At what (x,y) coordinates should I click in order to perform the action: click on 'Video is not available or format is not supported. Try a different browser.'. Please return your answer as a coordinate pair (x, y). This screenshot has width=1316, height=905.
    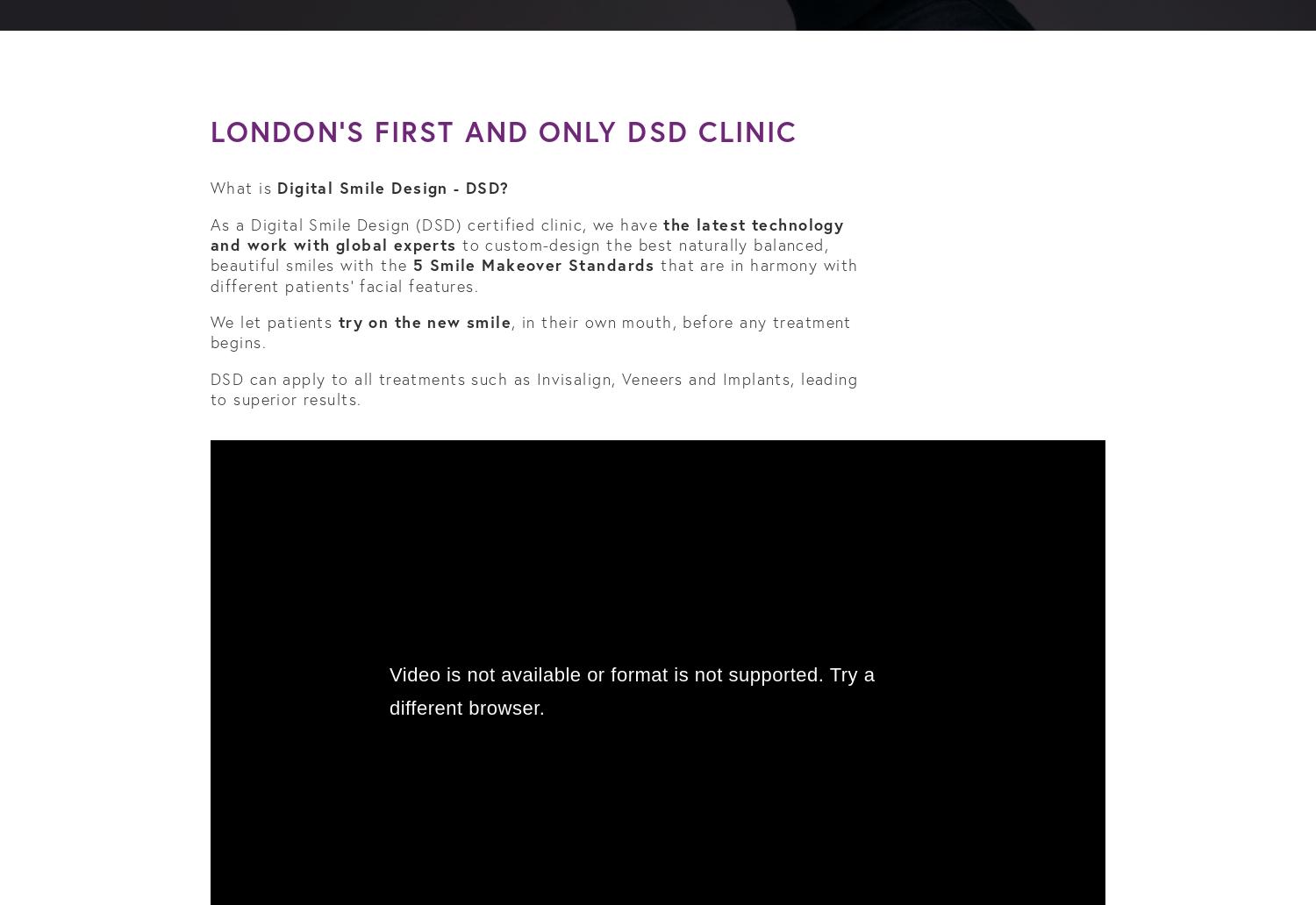
    Looking at the image, I should click on (631, 691).